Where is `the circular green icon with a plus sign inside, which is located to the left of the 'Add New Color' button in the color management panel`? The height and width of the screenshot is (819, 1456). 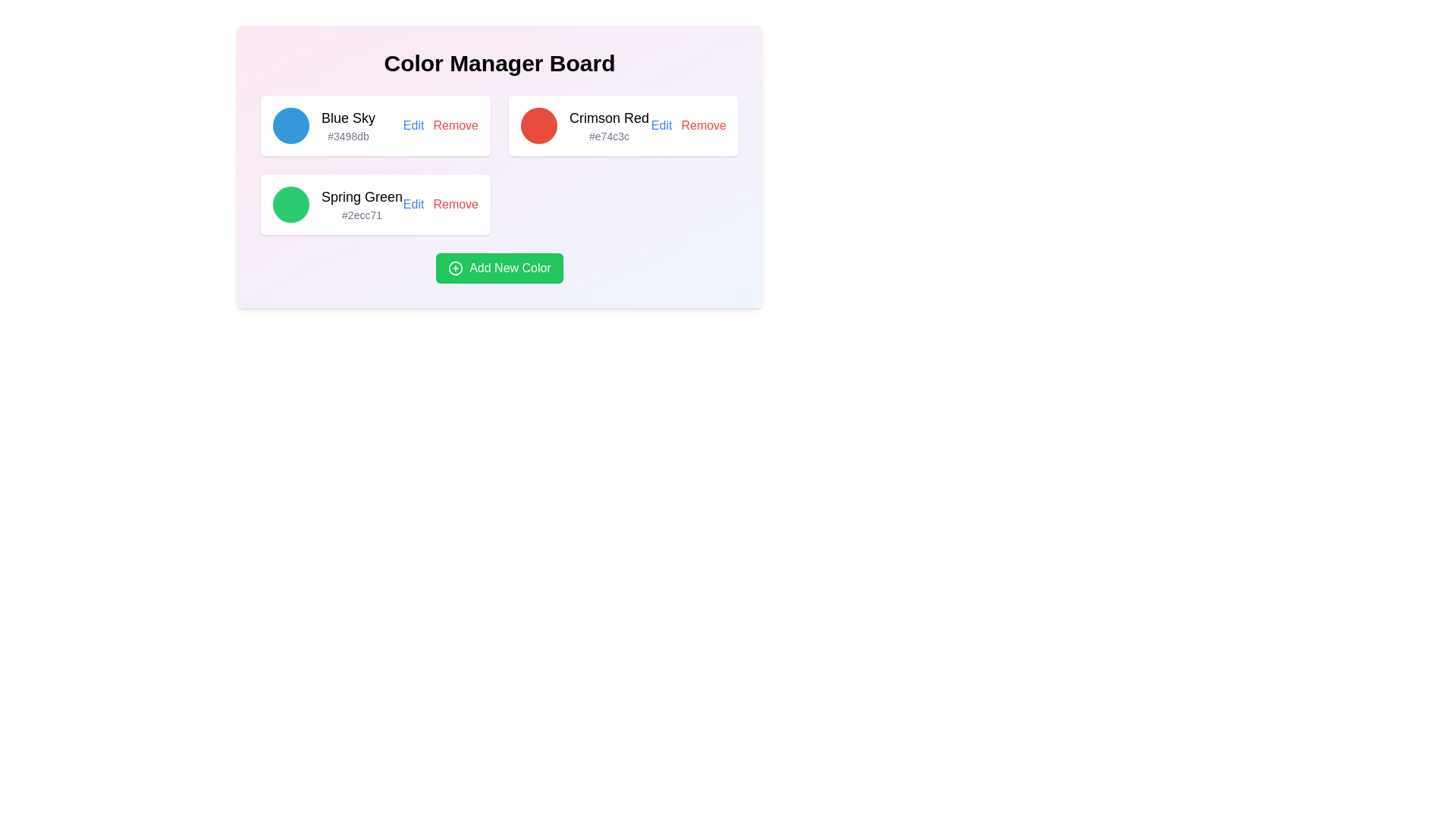 the circular green icon with a plus sign inside, which is located to the left of the 'Add New Color' button in the color management panel is located at coordinates (455, 268).